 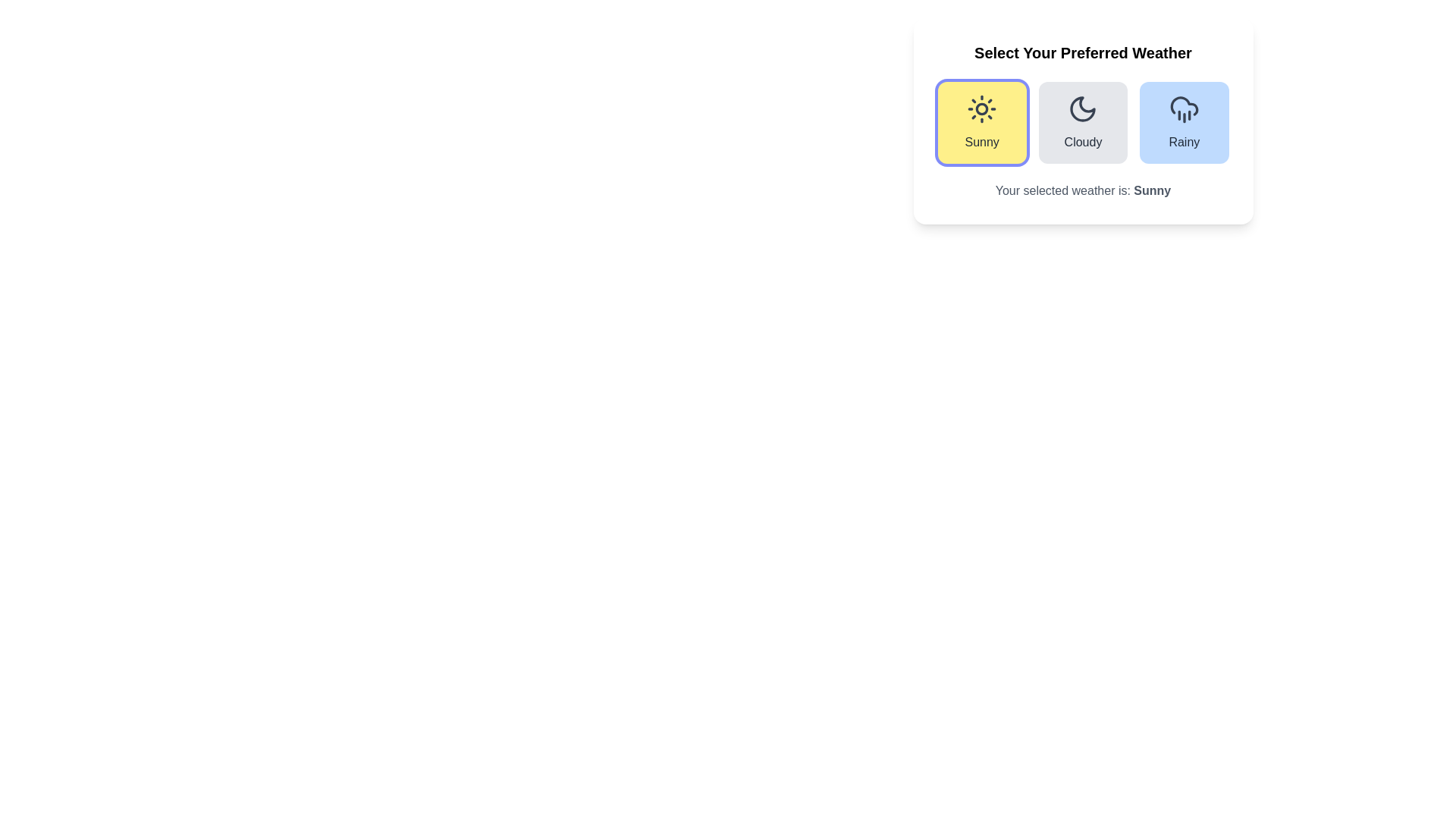 I want to click on the SVG icon representing the stylized moon, which indicates the 'Cloudy' weather condition, located above the 'Cloudy' label, so click(x=1082, y=108).